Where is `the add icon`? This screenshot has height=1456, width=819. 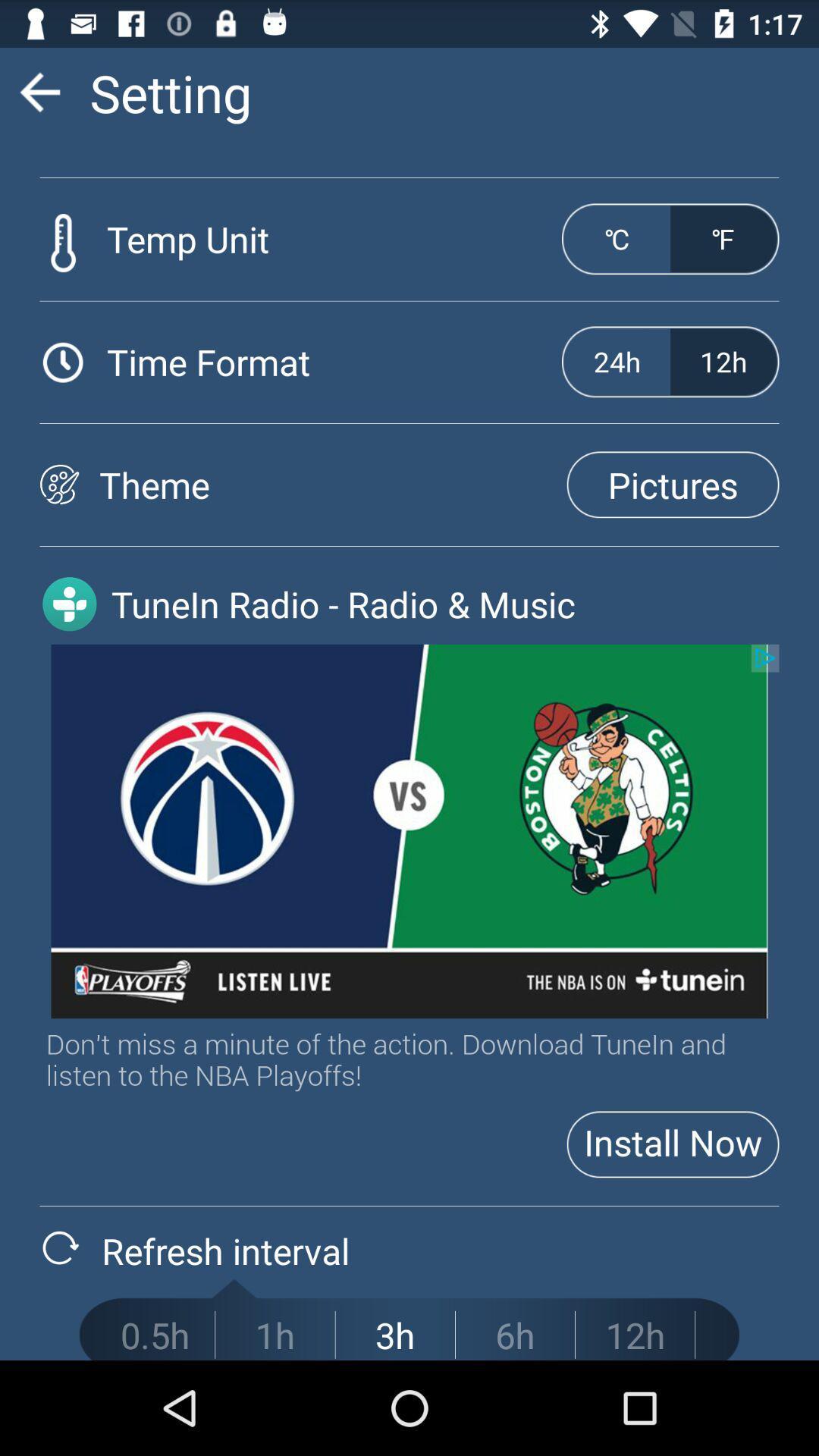 the add icon is located at coordinates (69, 646).